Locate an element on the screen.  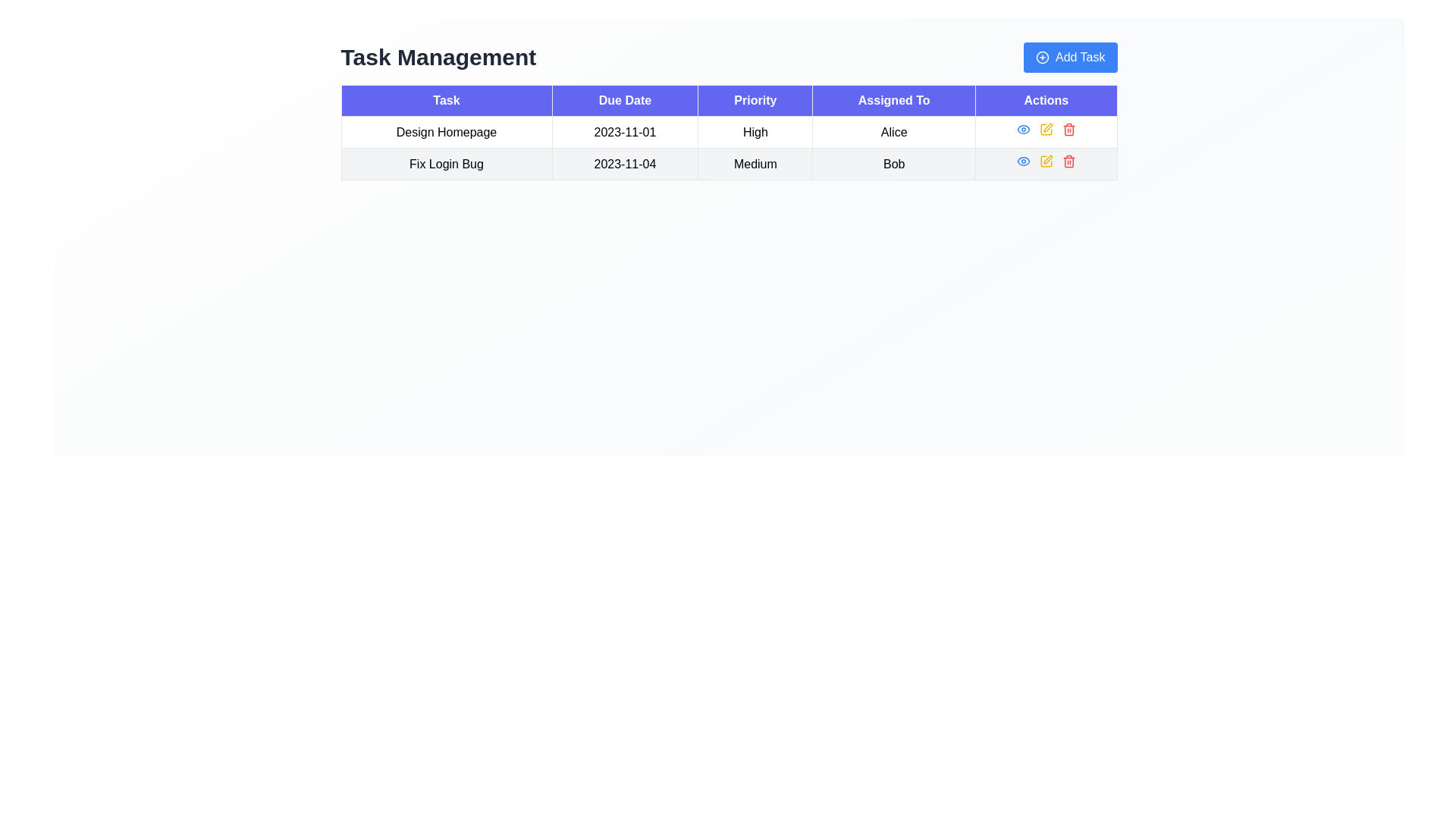
the text label indicating the due date for the task 'Fix Login Bug' in the second row of the 'Due Date' column is located at coordinates (625, 164).